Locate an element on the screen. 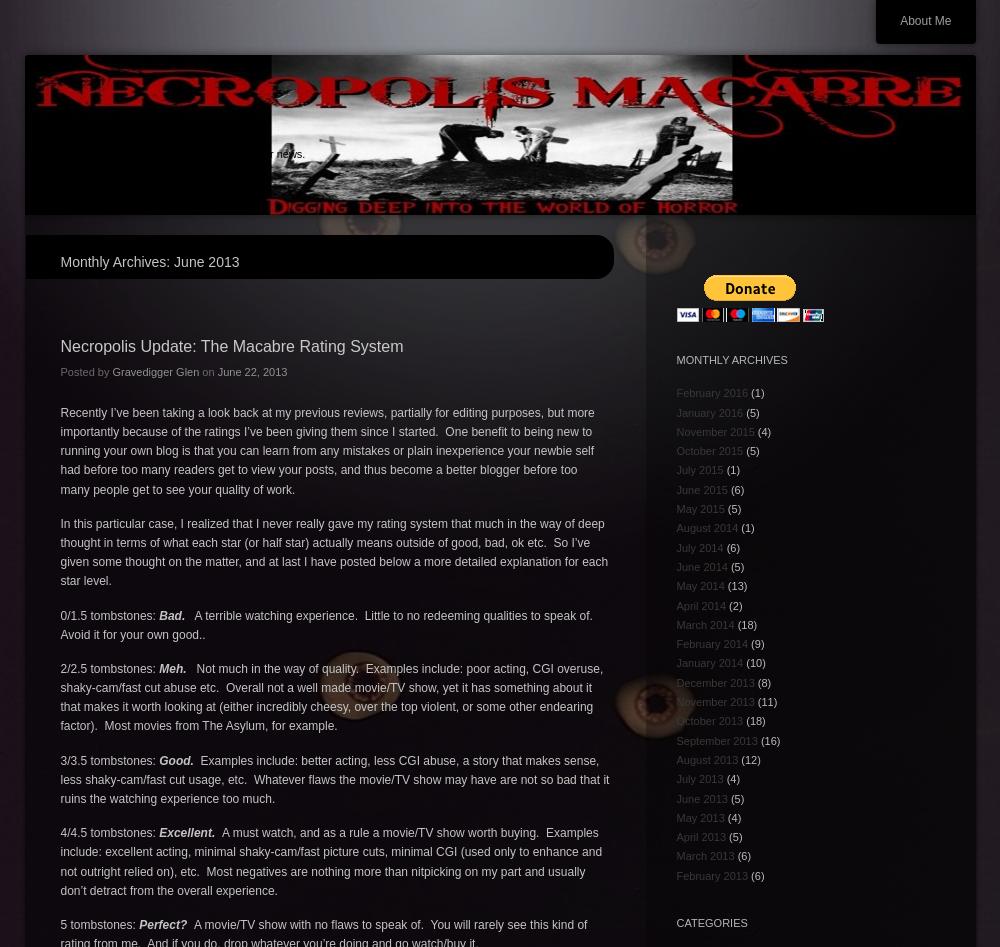  'Posted by' is located at coordinates (85, 370).